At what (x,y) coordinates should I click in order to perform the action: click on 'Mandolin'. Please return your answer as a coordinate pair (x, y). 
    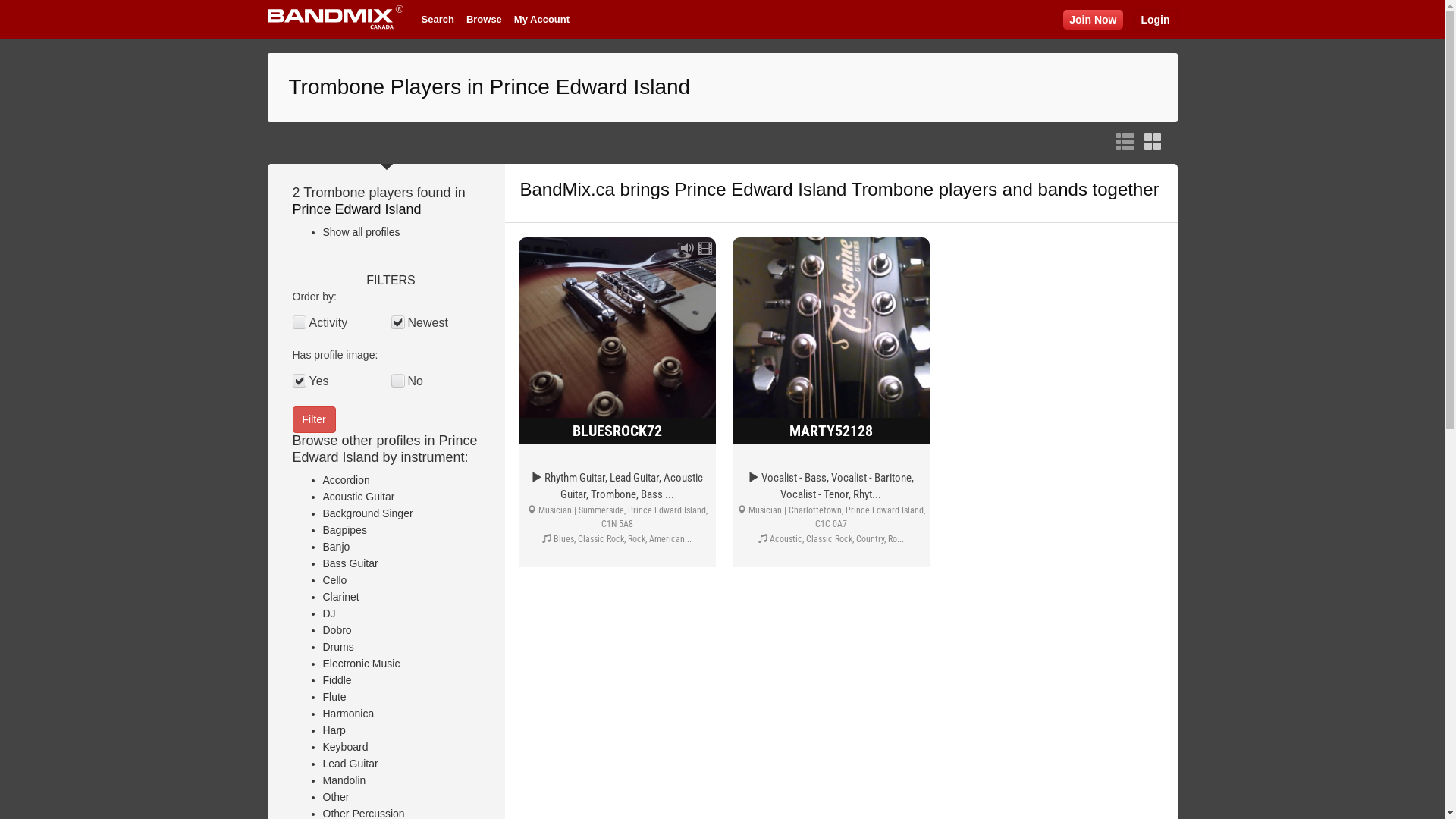
    Looking at the image, I should click on (344, 780).